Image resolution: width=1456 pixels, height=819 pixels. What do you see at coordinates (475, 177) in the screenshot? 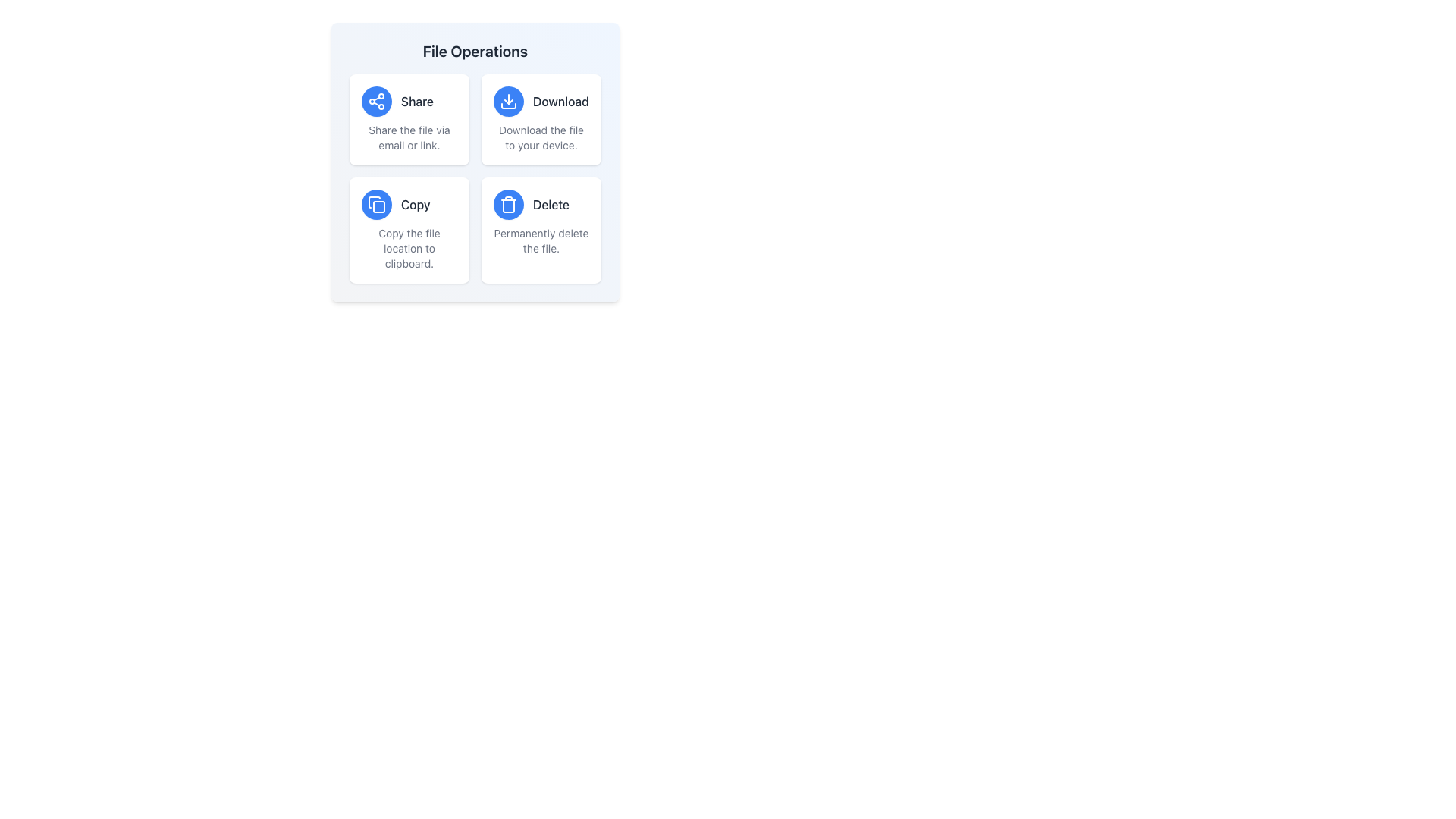
I see `the centrally located Grid of action cards` at bounding box center [475, 177].